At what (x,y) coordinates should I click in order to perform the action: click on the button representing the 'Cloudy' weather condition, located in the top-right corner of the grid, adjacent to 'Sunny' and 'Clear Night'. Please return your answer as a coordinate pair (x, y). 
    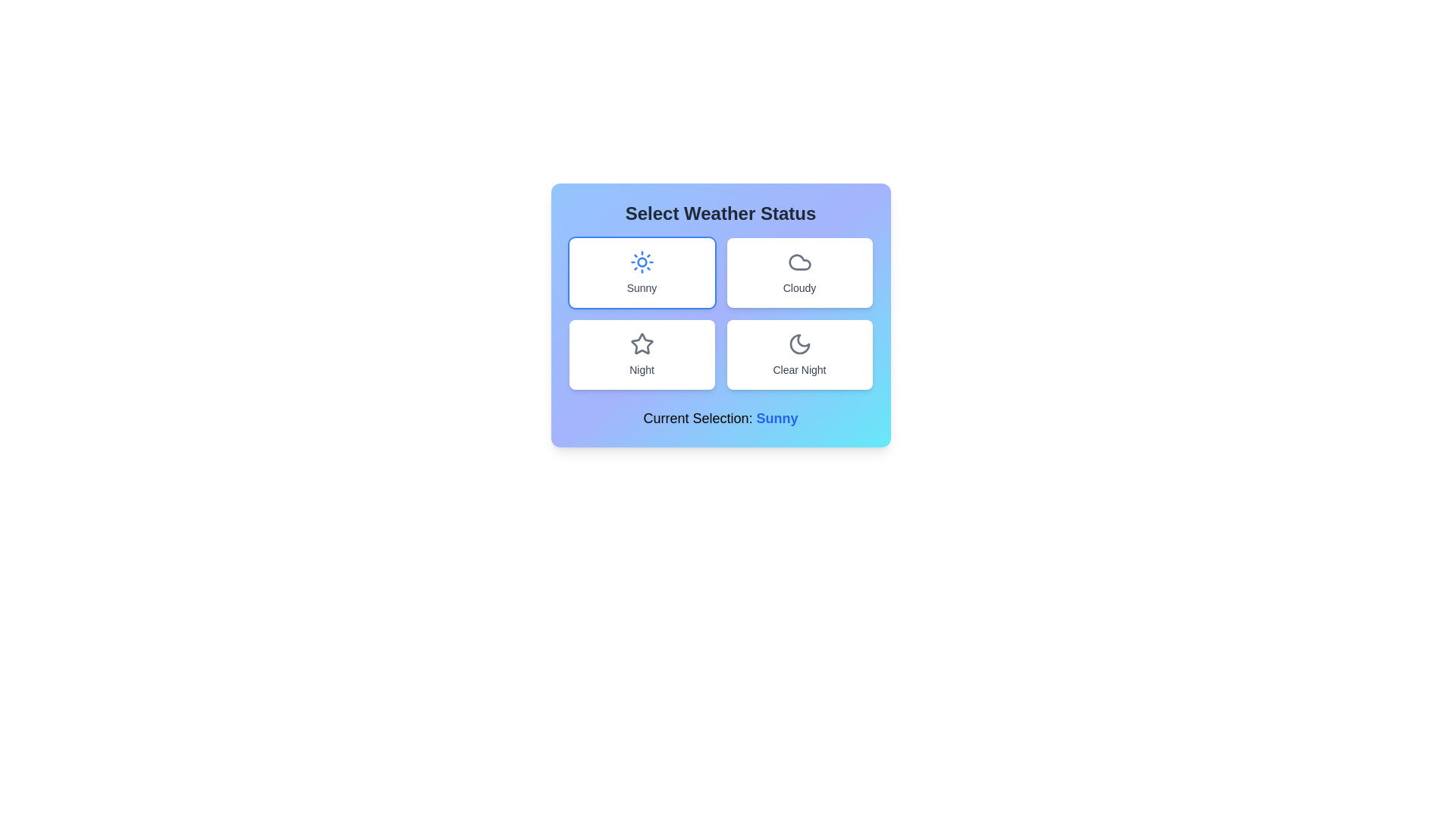
    Looking at the image, I should click on (799, 271).